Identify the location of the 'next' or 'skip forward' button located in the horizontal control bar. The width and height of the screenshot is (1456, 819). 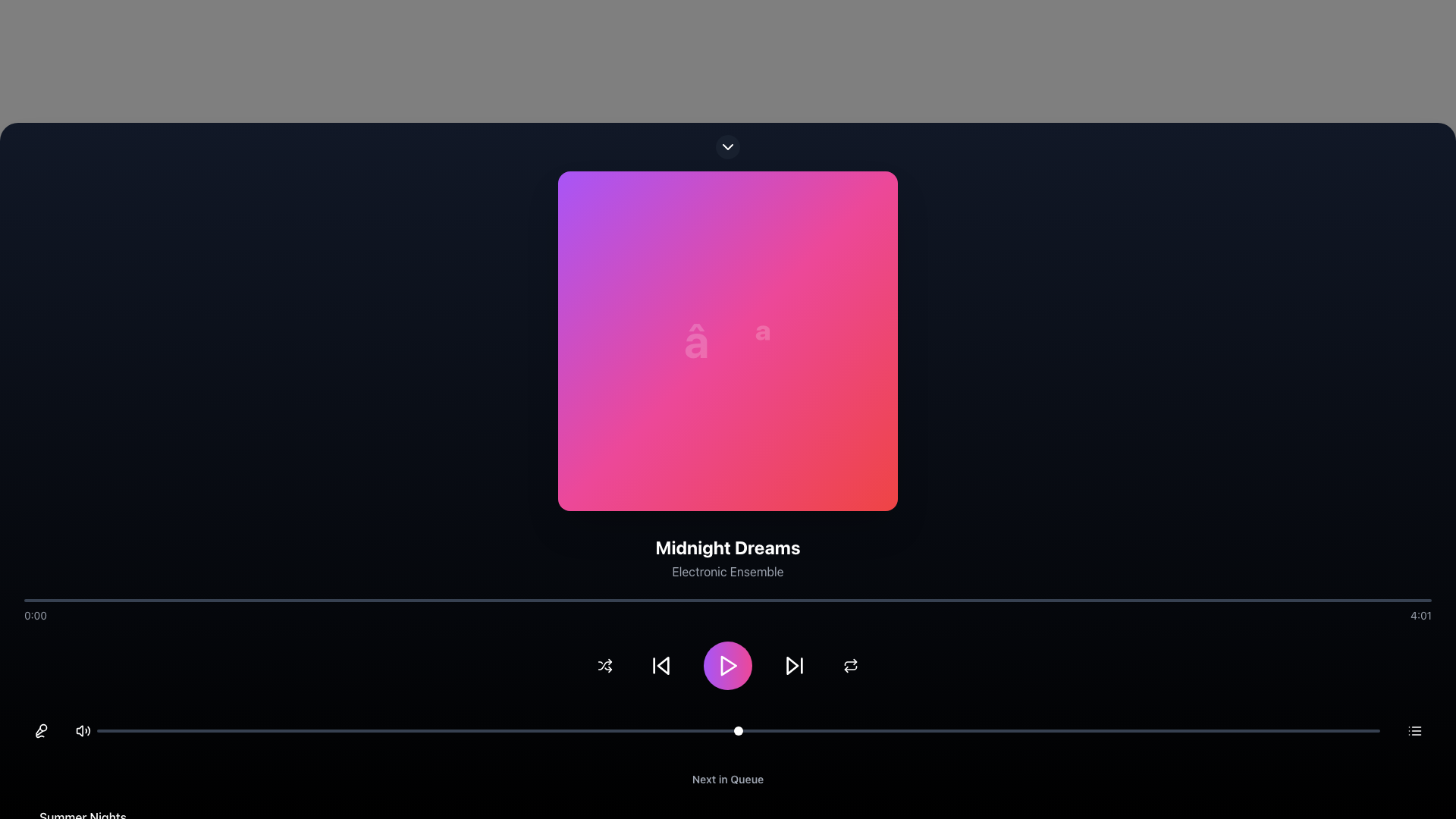
(792, 665).